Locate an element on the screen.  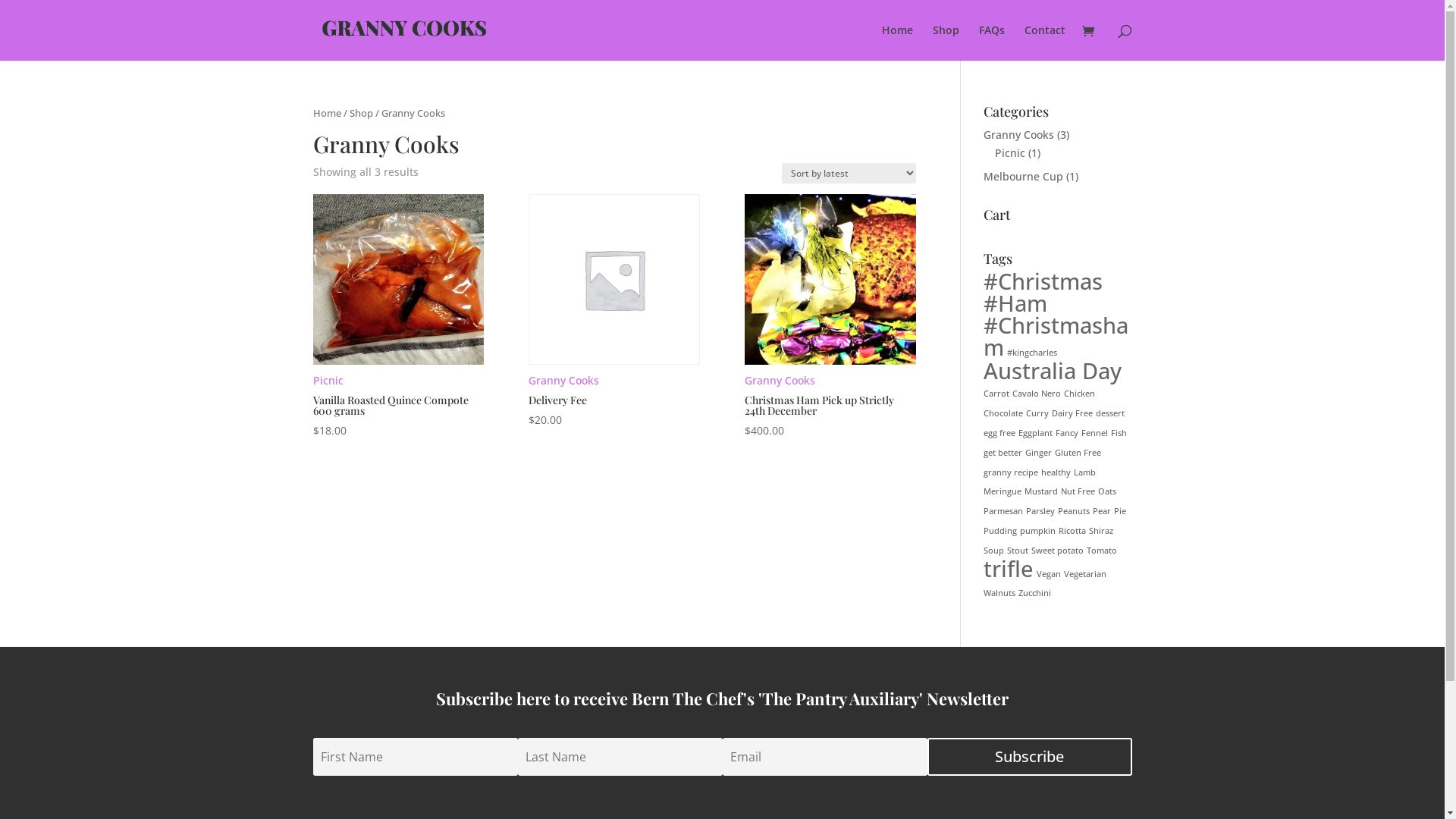
'pumpkin' is located at coordinates (1019, 529).